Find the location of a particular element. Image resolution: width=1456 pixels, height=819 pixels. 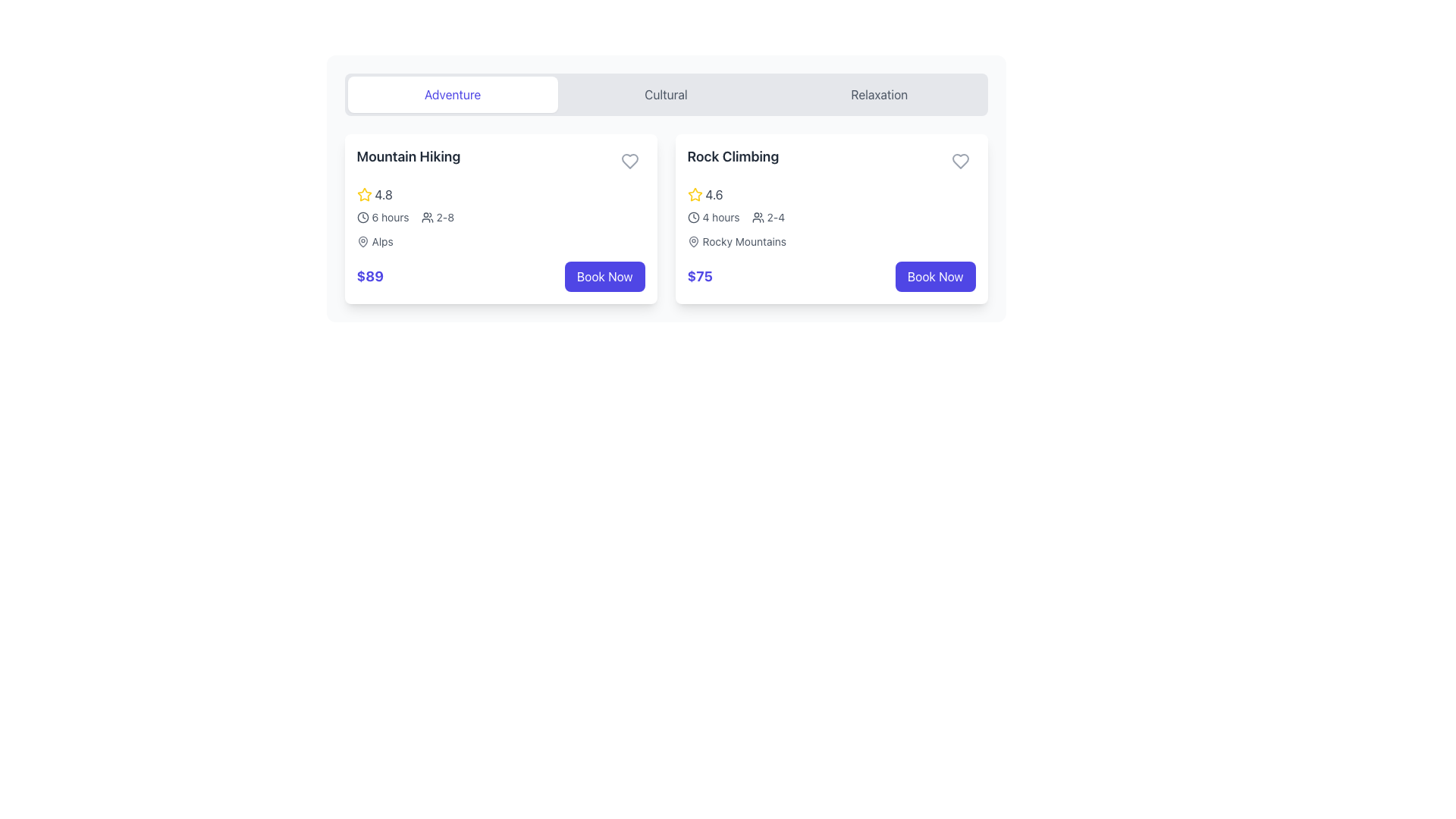

the icon representing the map location for 'Rocky Mountains' within the 'Rock Climbing' card in the 'Adventure' section is located at coordinates (692, 241).